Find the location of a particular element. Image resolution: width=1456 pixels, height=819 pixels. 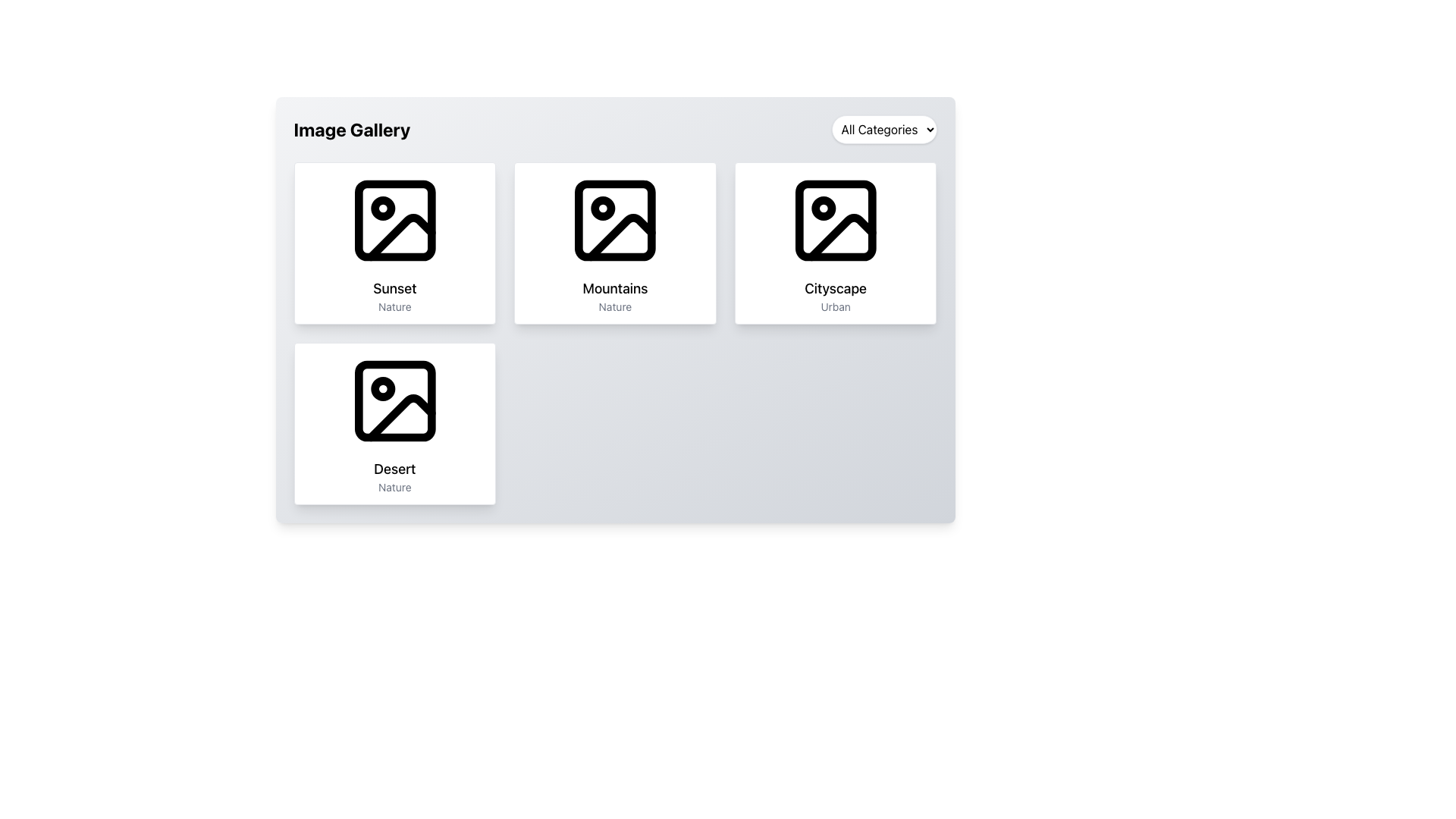

the thumbnail of the 'Cityscape Urban' image, which is represented by a small rectangular shape with rounded corners in the image gallery is located at coordinates (835, 220).